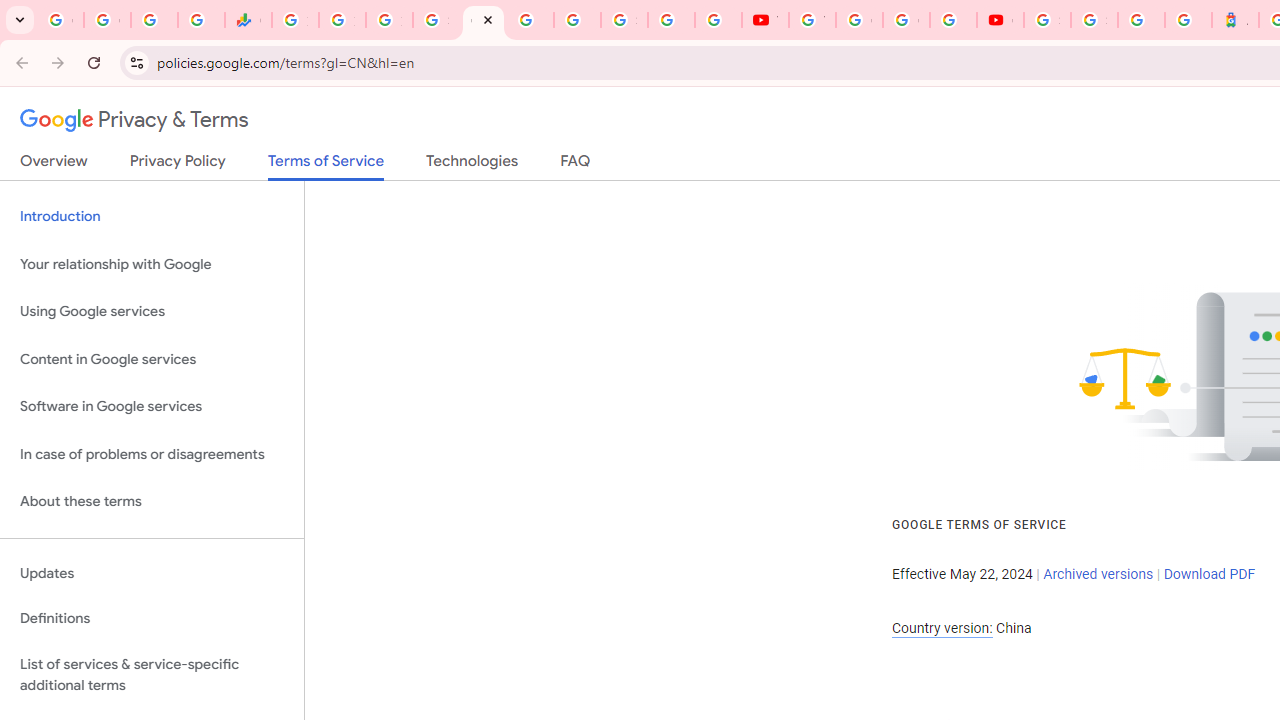 This screenshot has height=720, width=1280. What do you see at coordinates (151, 454) in the screenshot?
I see `'In case of problems or disagreements'` at bounding box center [151, 454].